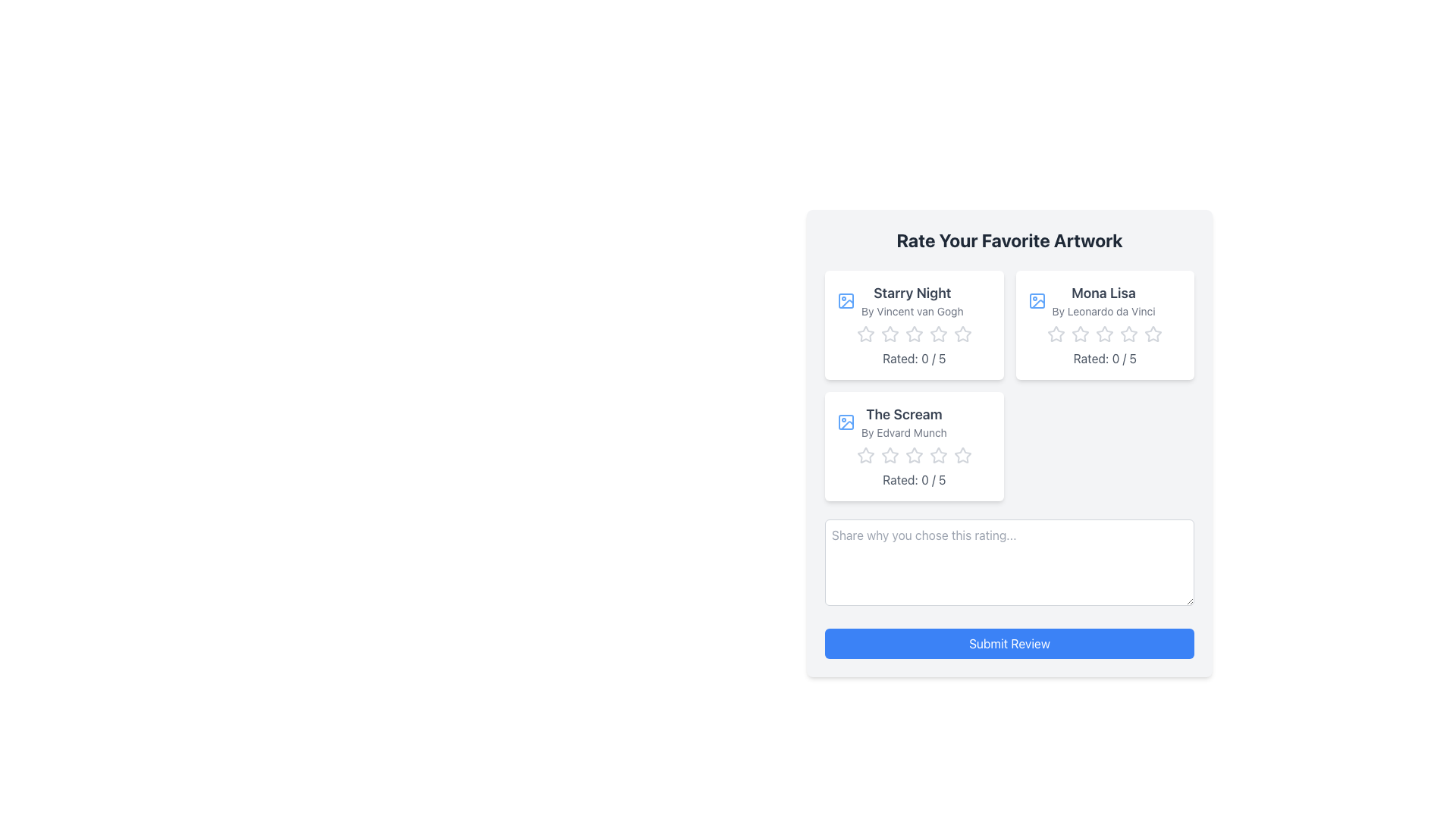 The width and height of the screenshot is (1456, 819). What do you see at coordinates (1105, 333) in the screenshot?
I see `the interactive star rating component for the 'Mona Lisa' using the keyboard for accessibility` at bounding box center [1105, 333].